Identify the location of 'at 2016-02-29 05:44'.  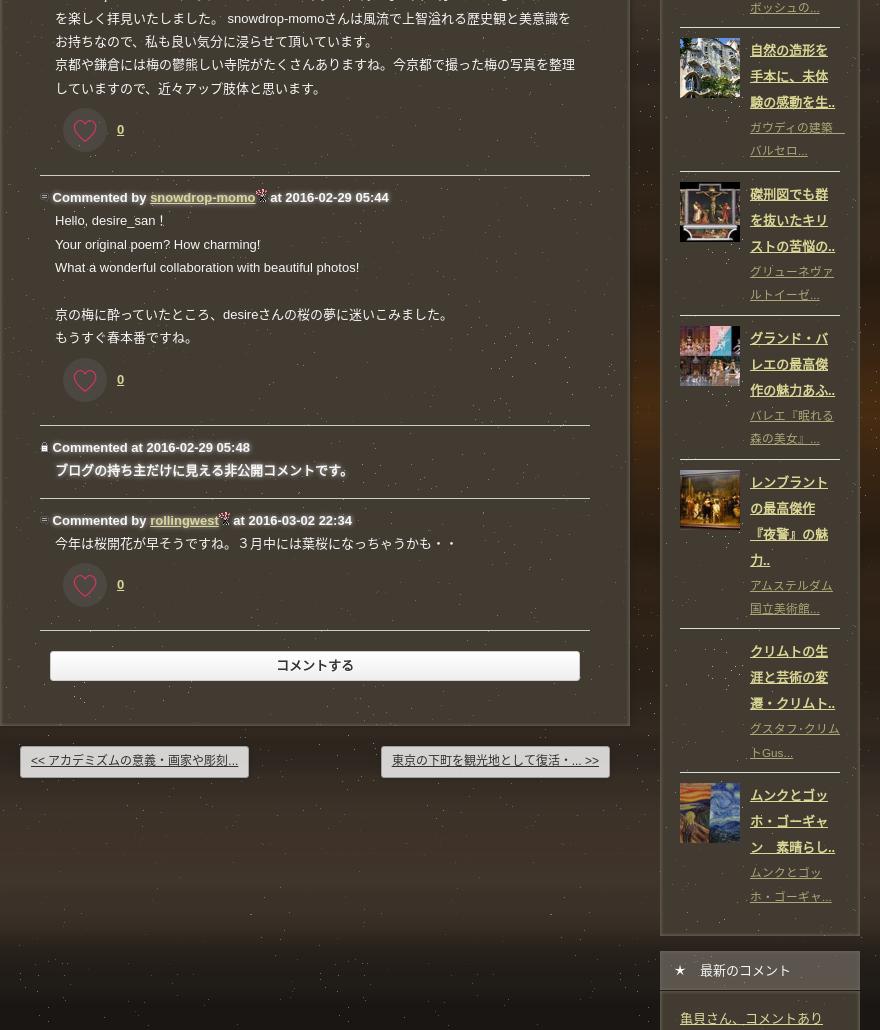
(326, 197).